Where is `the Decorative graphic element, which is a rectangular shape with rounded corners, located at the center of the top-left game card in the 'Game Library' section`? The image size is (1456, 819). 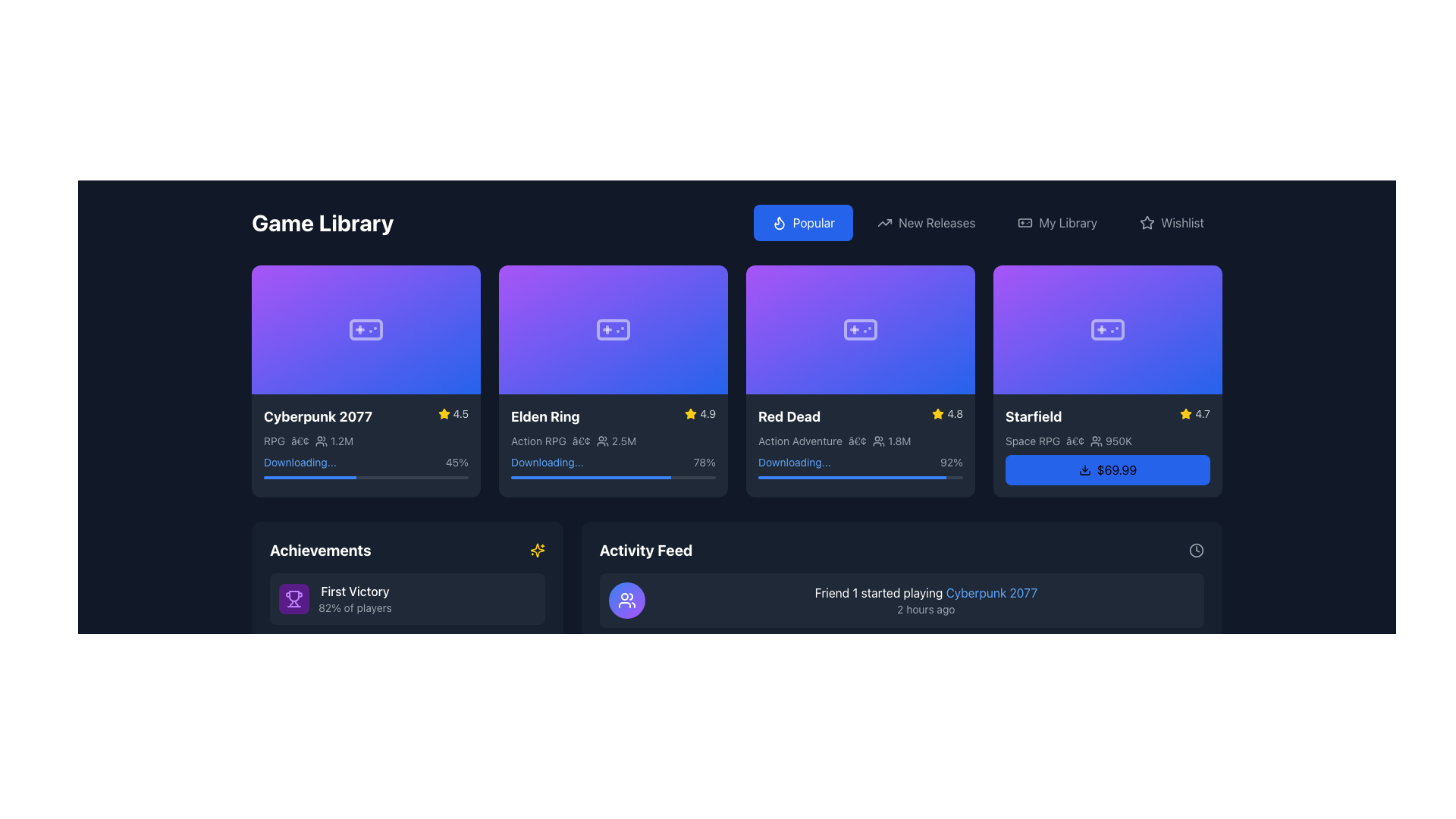
the Decorative graphic element, which is a rectangular shape with rounded corners, located at the center of the top-left game card in the 'Game Library' section is located at coordinates (366, 328).